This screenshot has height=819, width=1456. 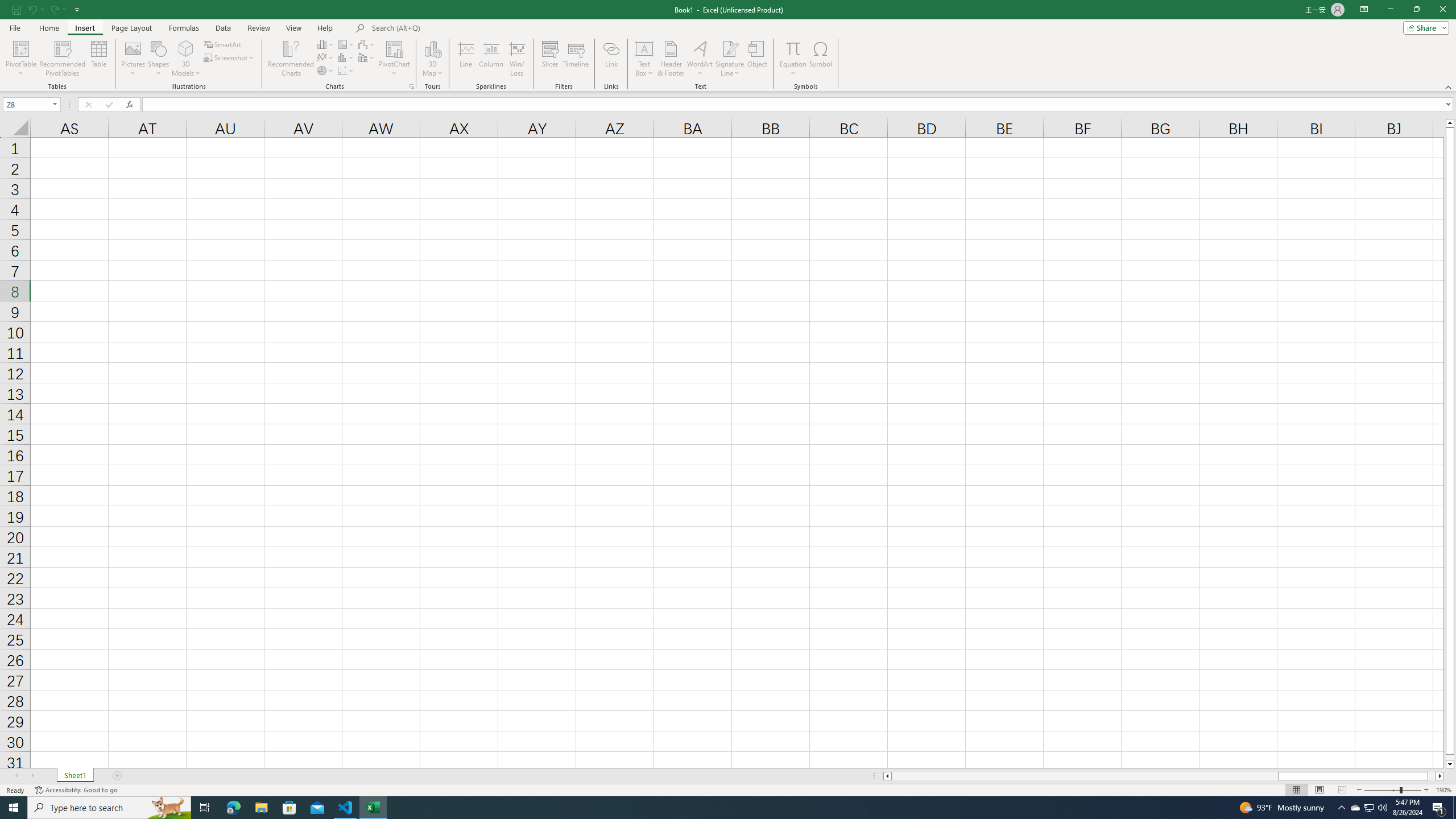 I want to click on 'Microsoft search', so click(x=450, y=28).